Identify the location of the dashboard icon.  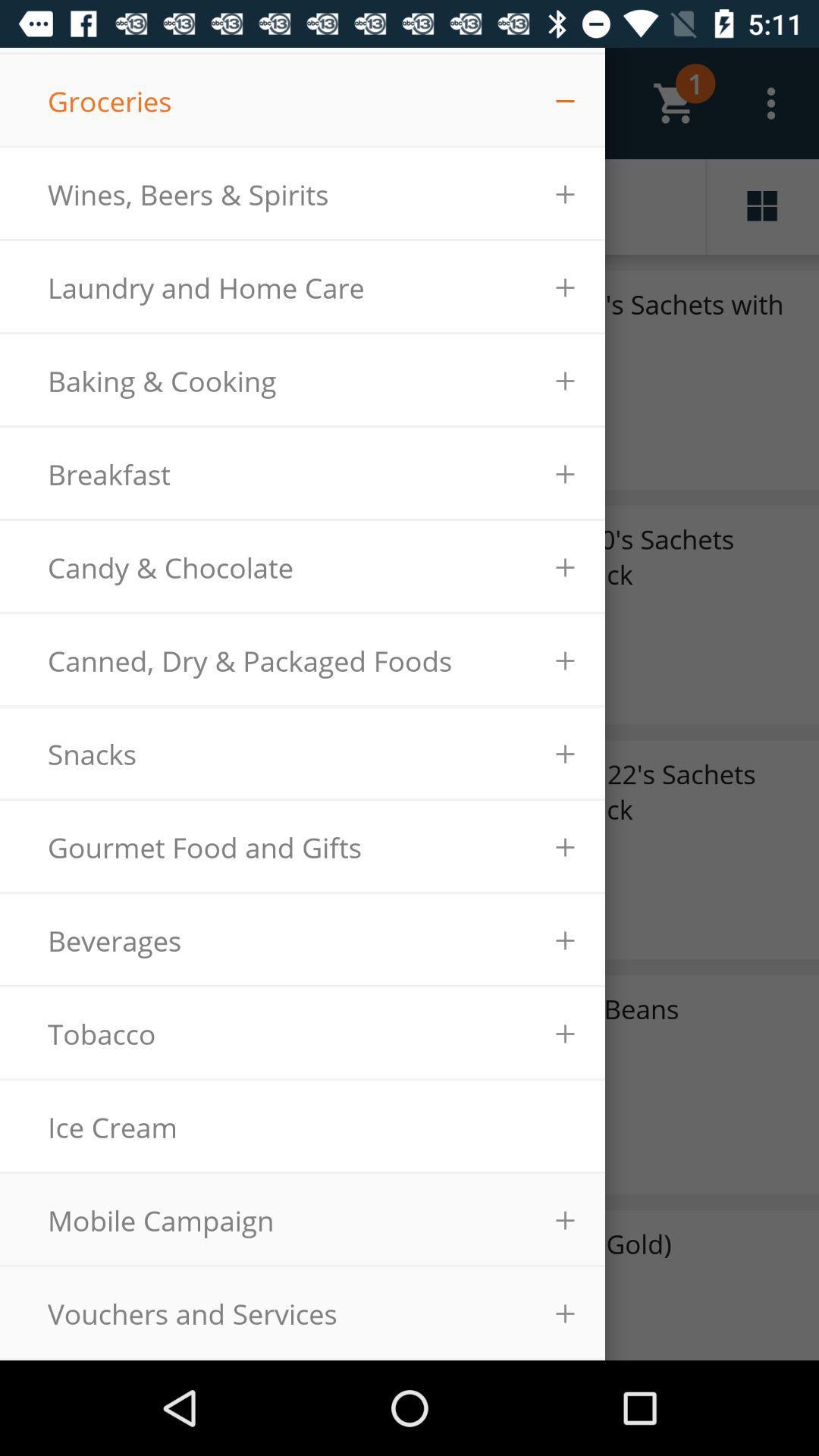
(763, 206).